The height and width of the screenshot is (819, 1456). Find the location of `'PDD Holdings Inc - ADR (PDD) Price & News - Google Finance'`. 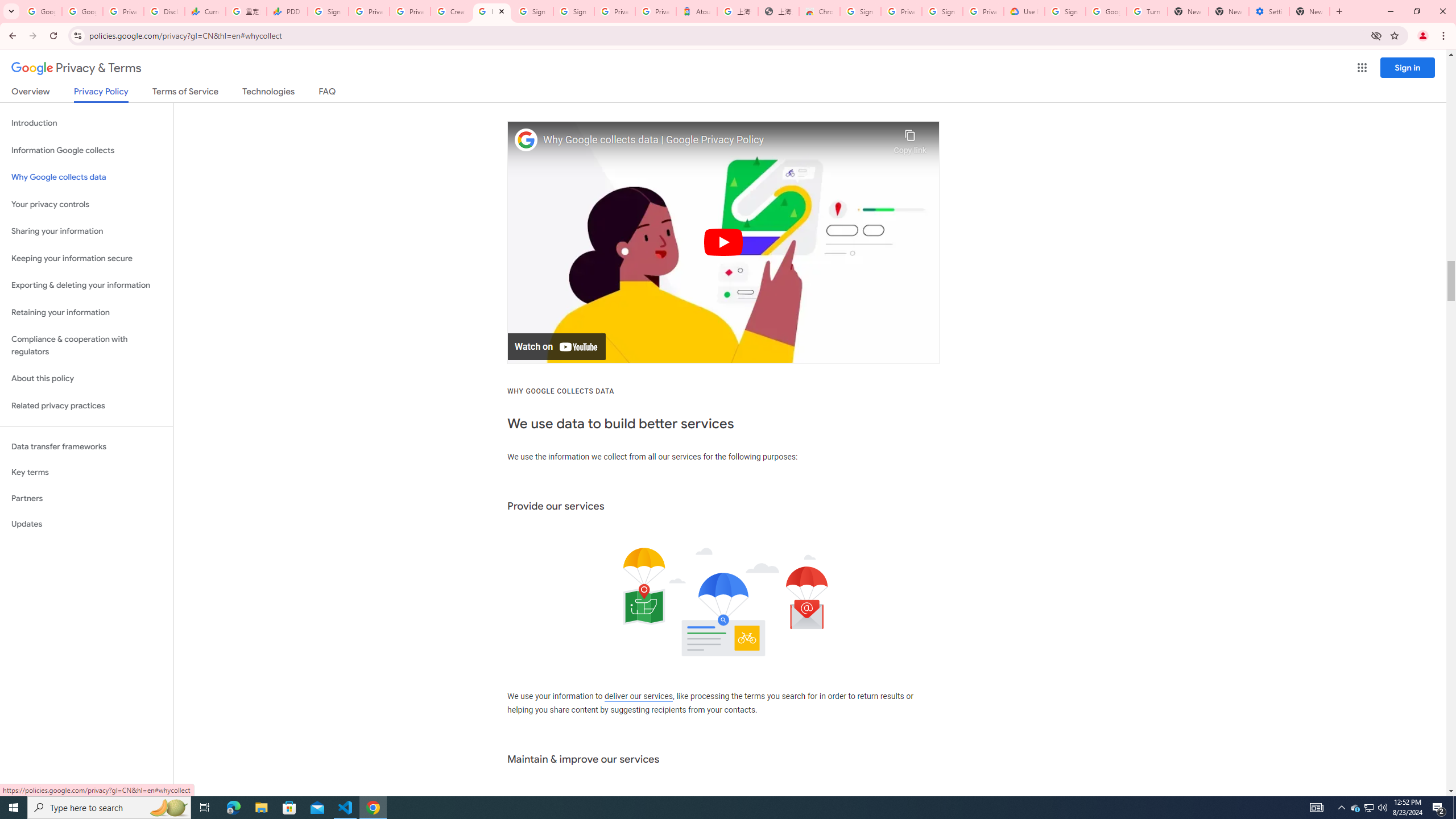

'PDD Holdings Inc - ADR (PDD) Price & News - Google Finance' is located at coordinates (287, 11).